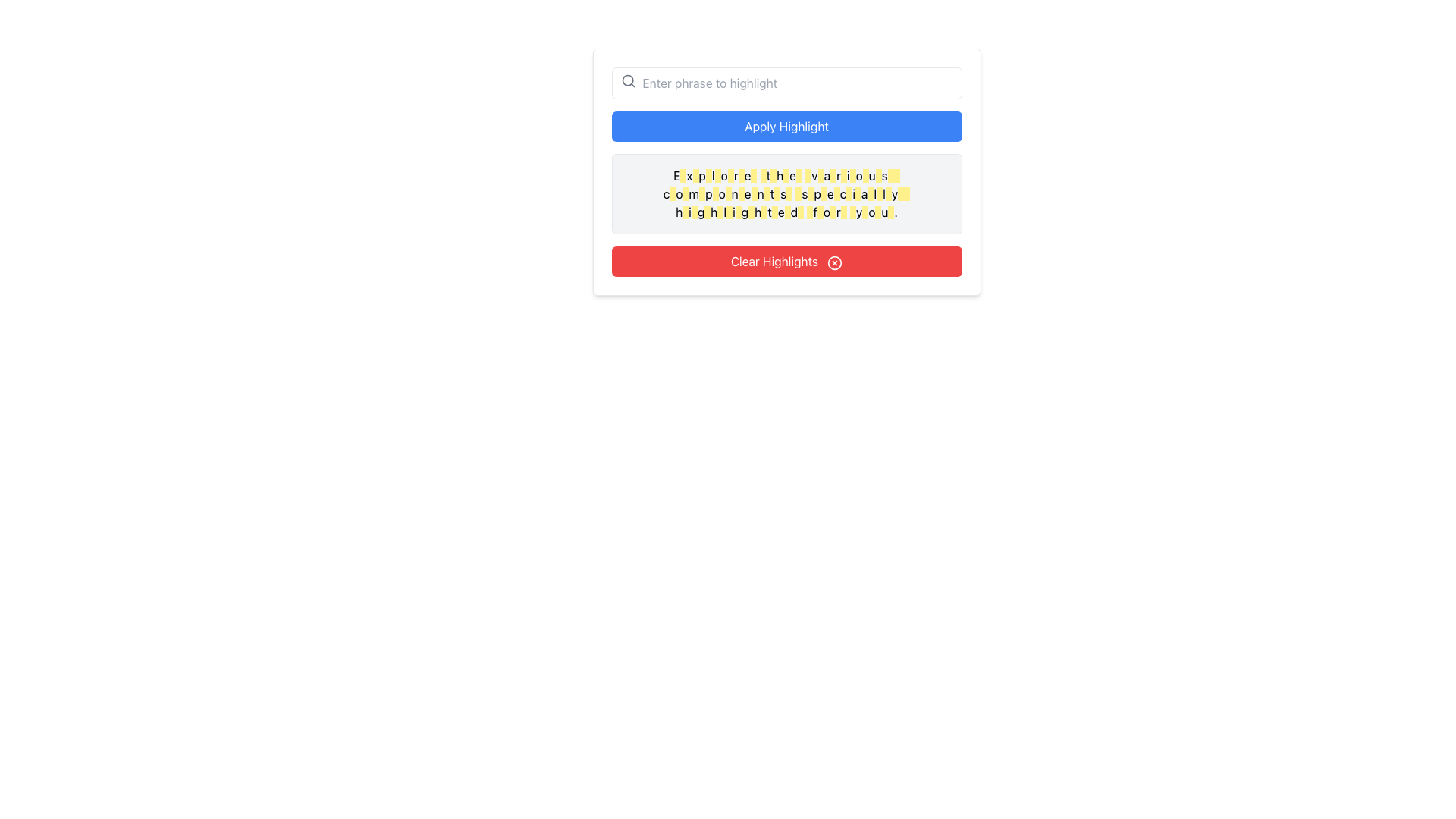 Image resolution: width=1456 pixels, height=819 pixels. I want to click on the eighth word highlighted in yellow in the second row of text, which is part of the instructional text beneath the blue button labeled 'Apply Highlight.', so click(754, 193).